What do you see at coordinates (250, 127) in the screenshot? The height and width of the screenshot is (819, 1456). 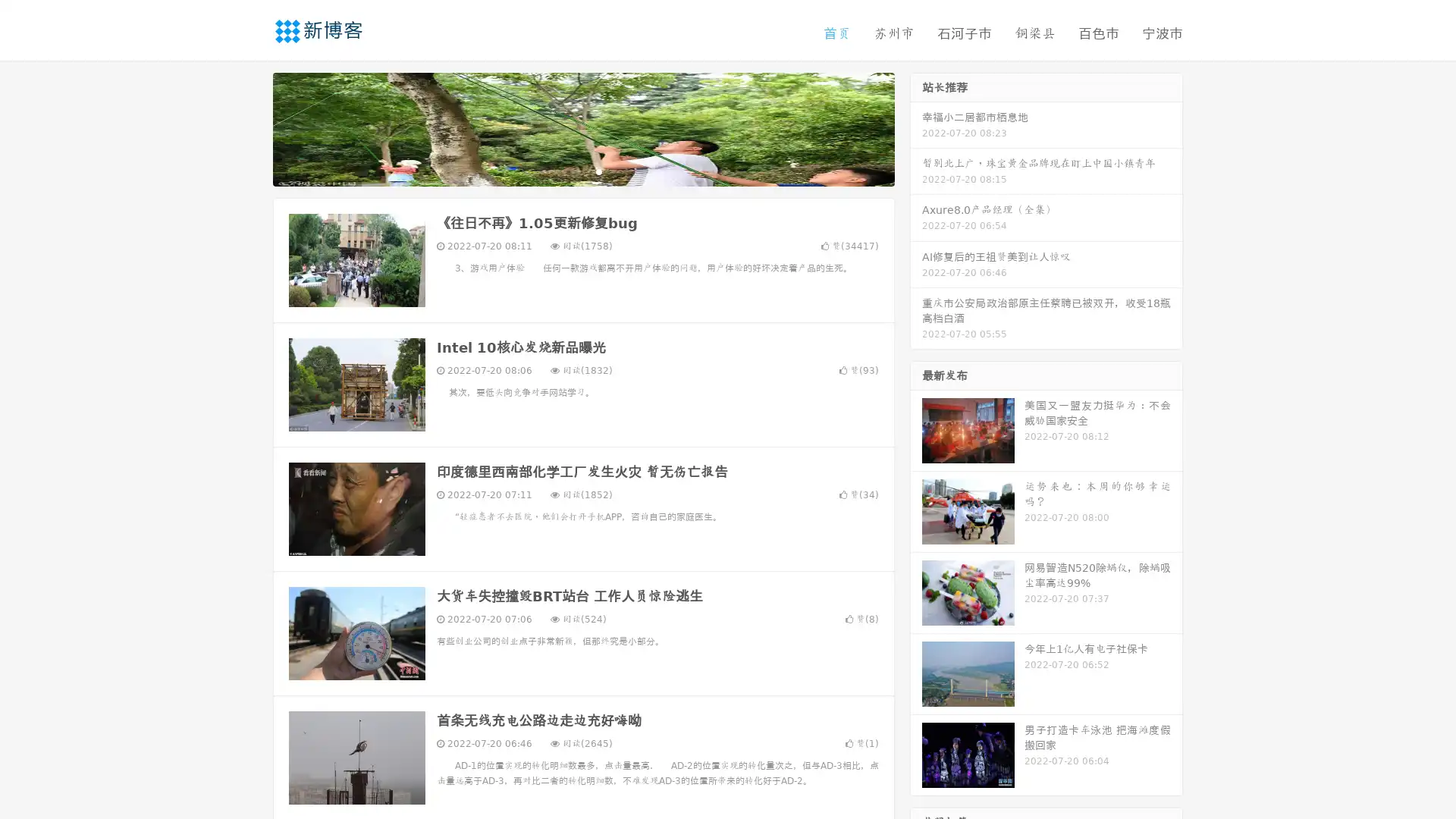 I see `Previous slide` at bounding box center [250, 127].